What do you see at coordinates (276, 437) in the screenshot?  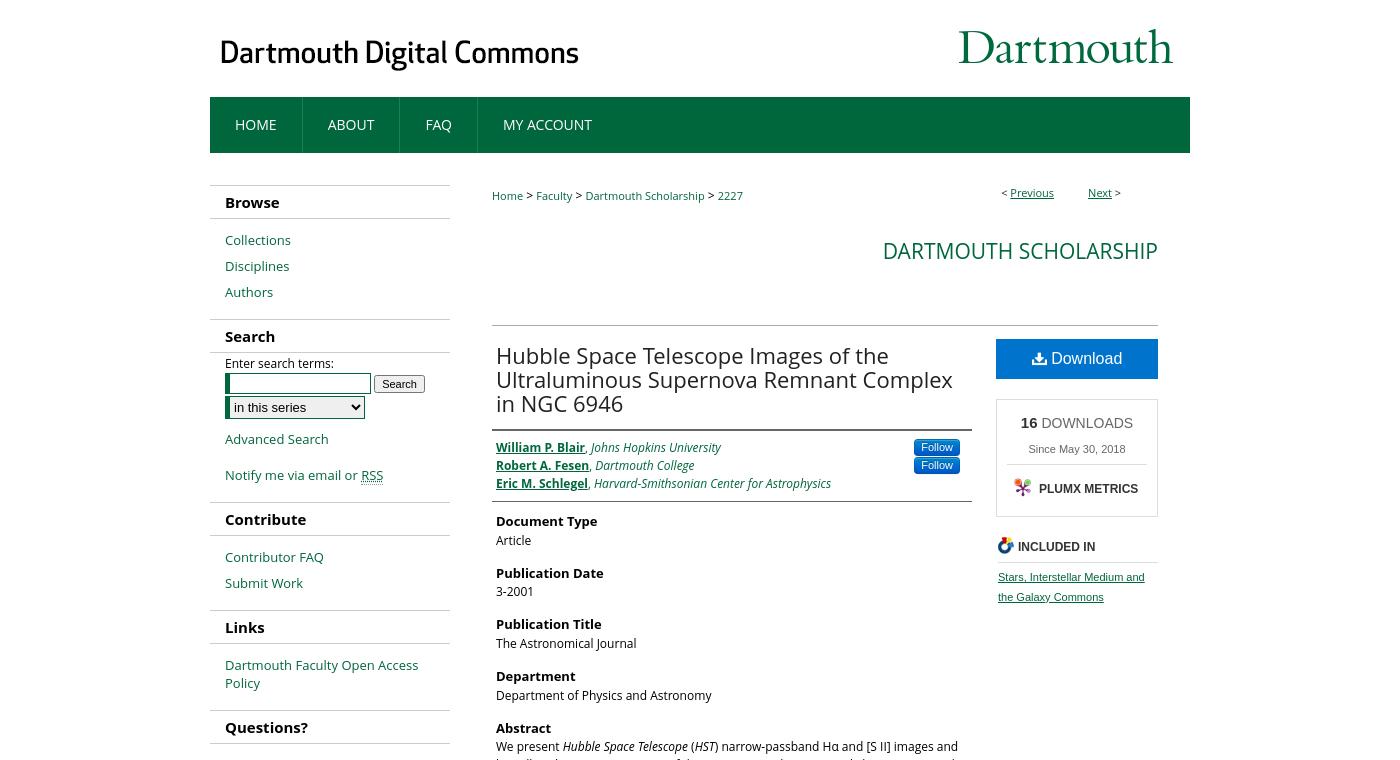 I see `'Advanced Search'` at bounding box center [276, 437].